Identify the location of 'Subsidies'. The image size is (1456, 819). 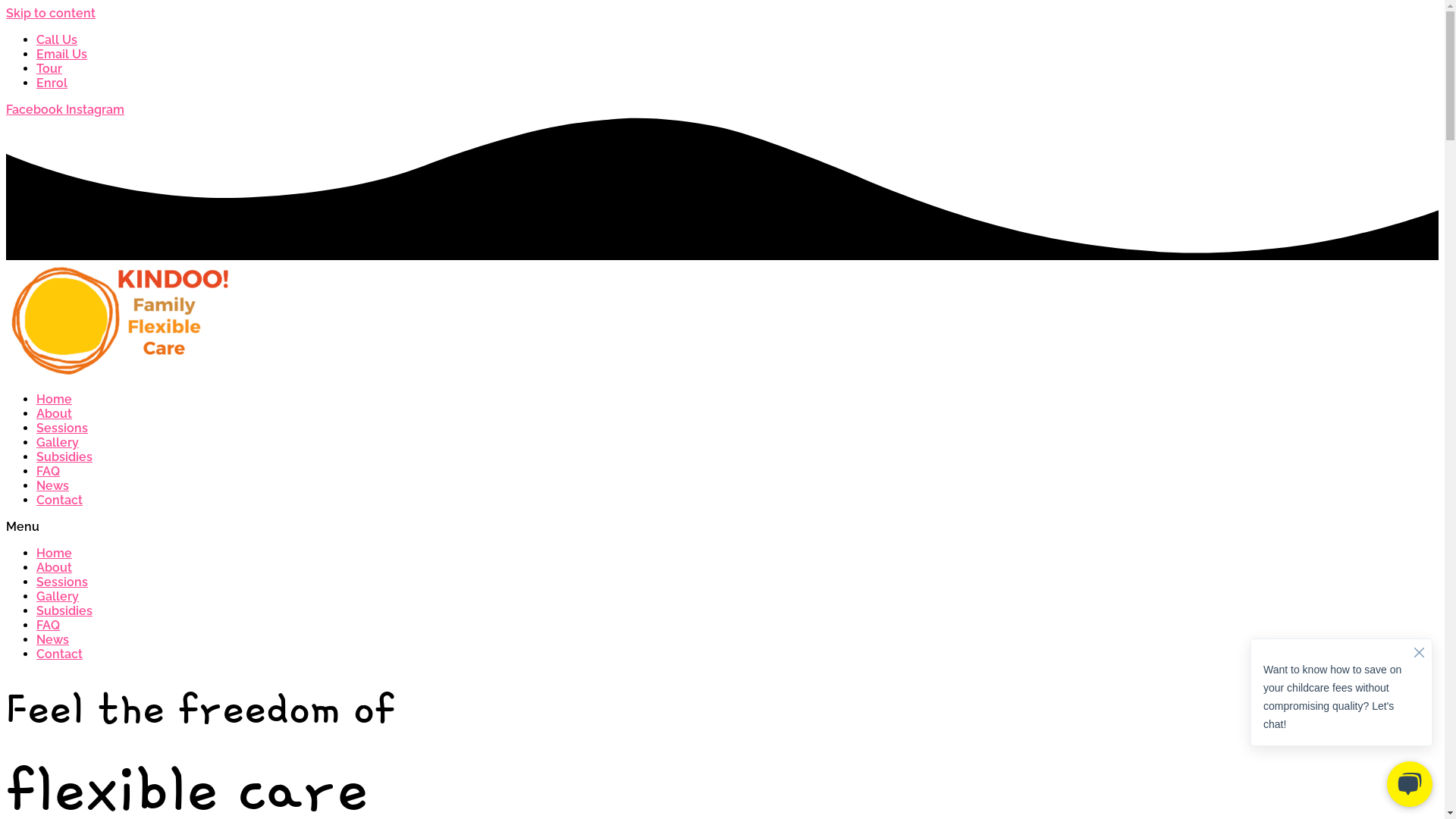
(64, 456).